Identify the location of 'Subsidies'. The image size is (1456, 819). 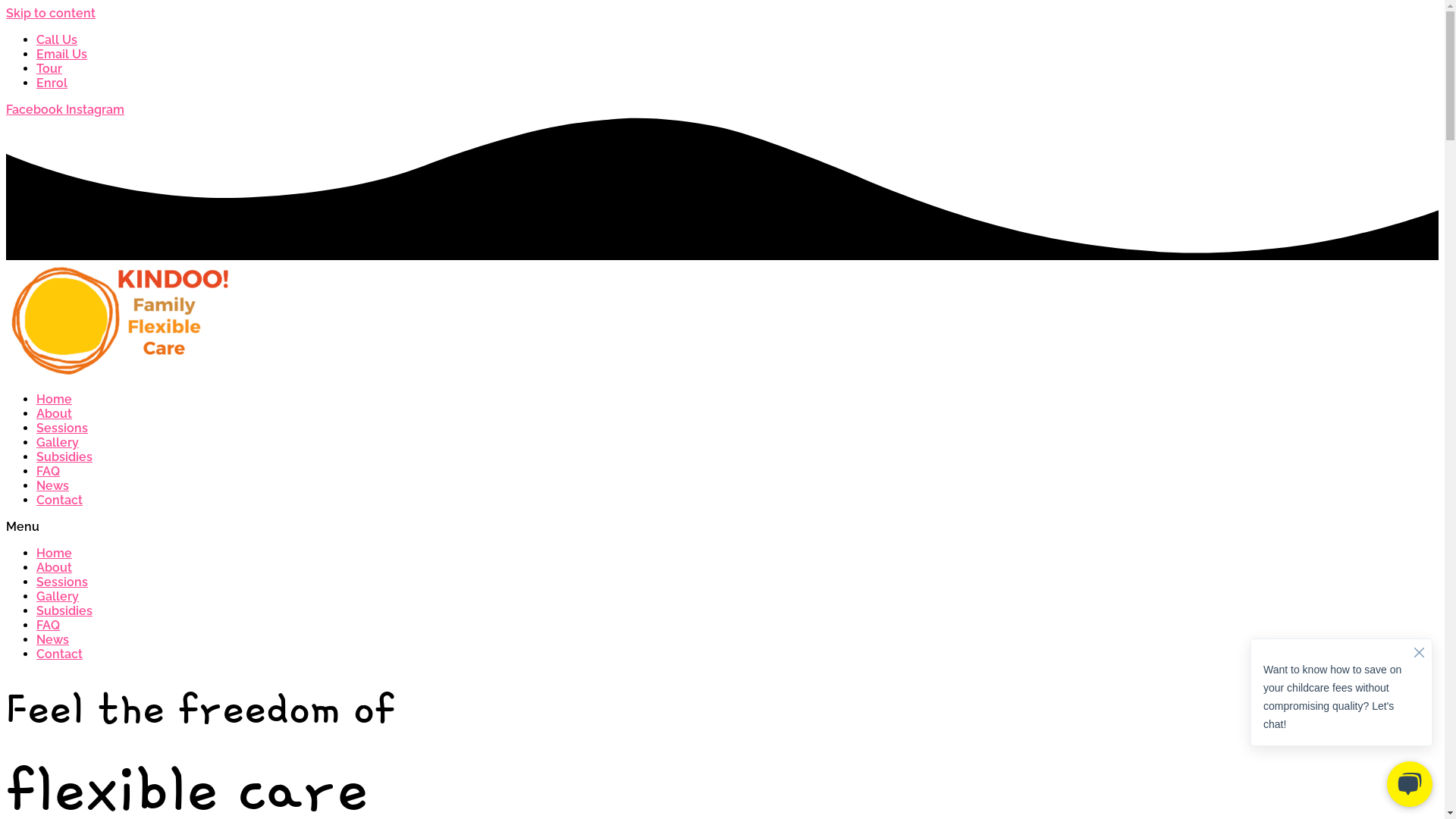
(64, 456).